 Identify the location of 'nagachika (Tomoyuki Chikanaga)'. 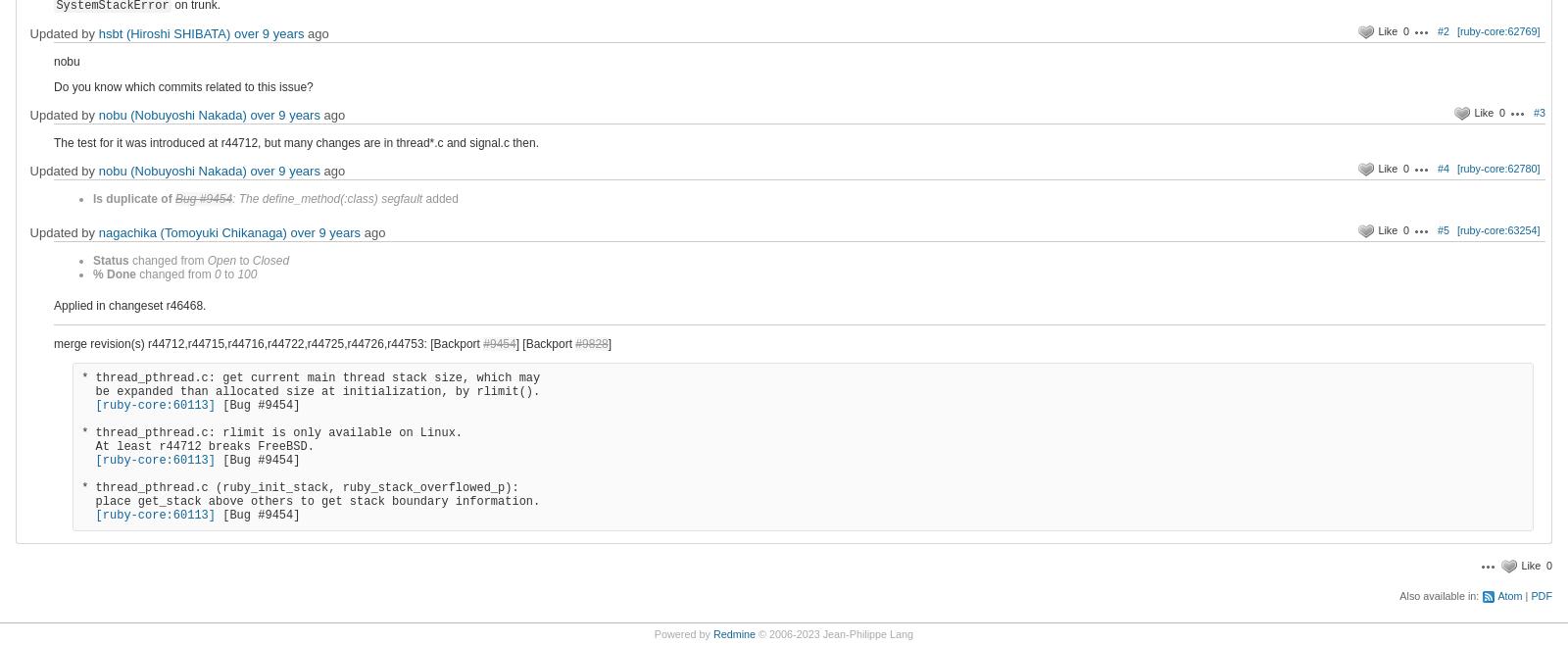
(191, 232).